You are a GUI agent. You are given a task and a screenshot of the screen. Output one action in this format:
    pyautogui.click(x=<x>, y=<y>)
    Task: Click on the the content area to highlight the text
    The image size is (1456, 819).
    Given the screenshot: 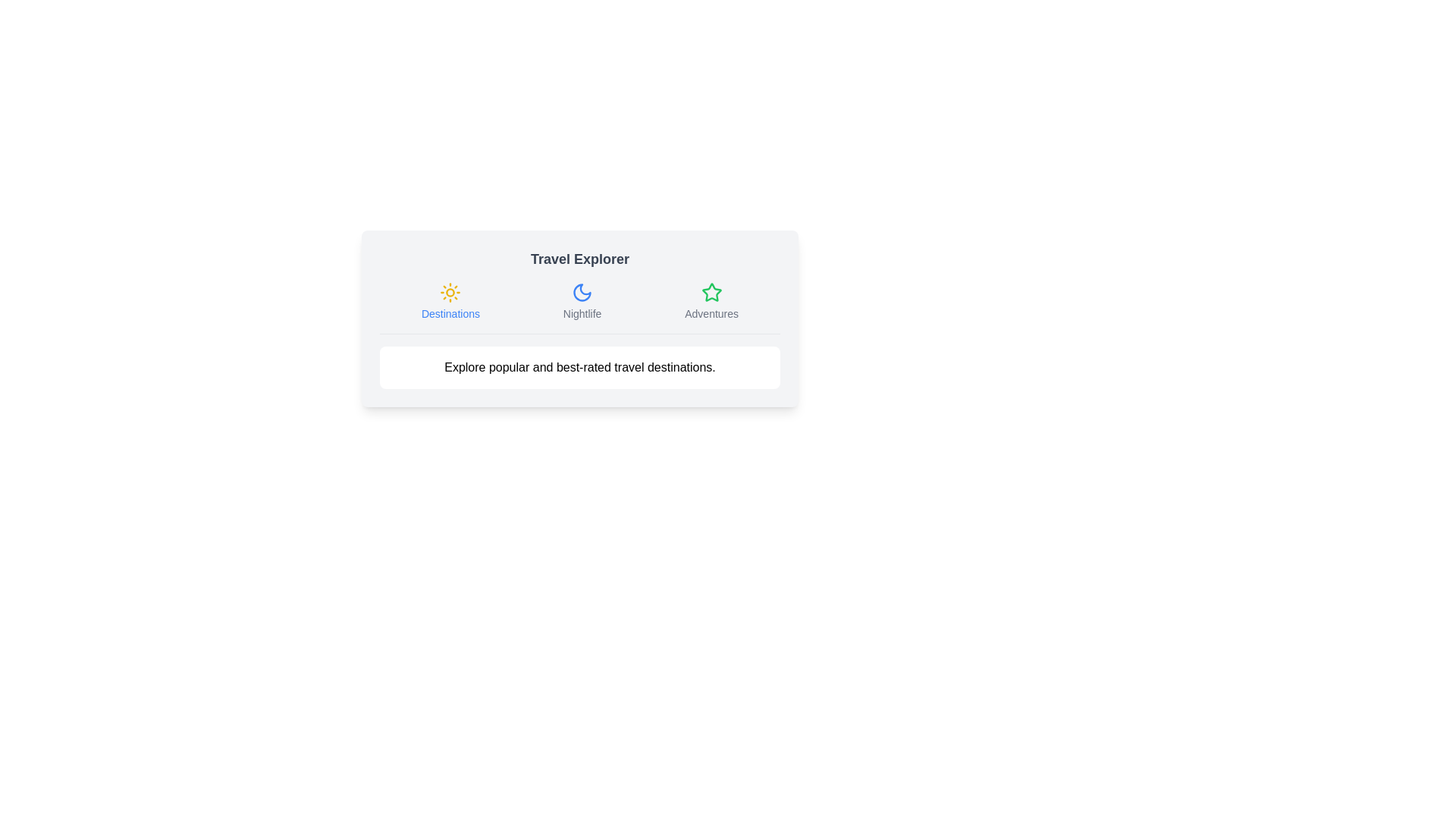 What is the action you would take?
    pyautogui.click(x=579, y=368)
    